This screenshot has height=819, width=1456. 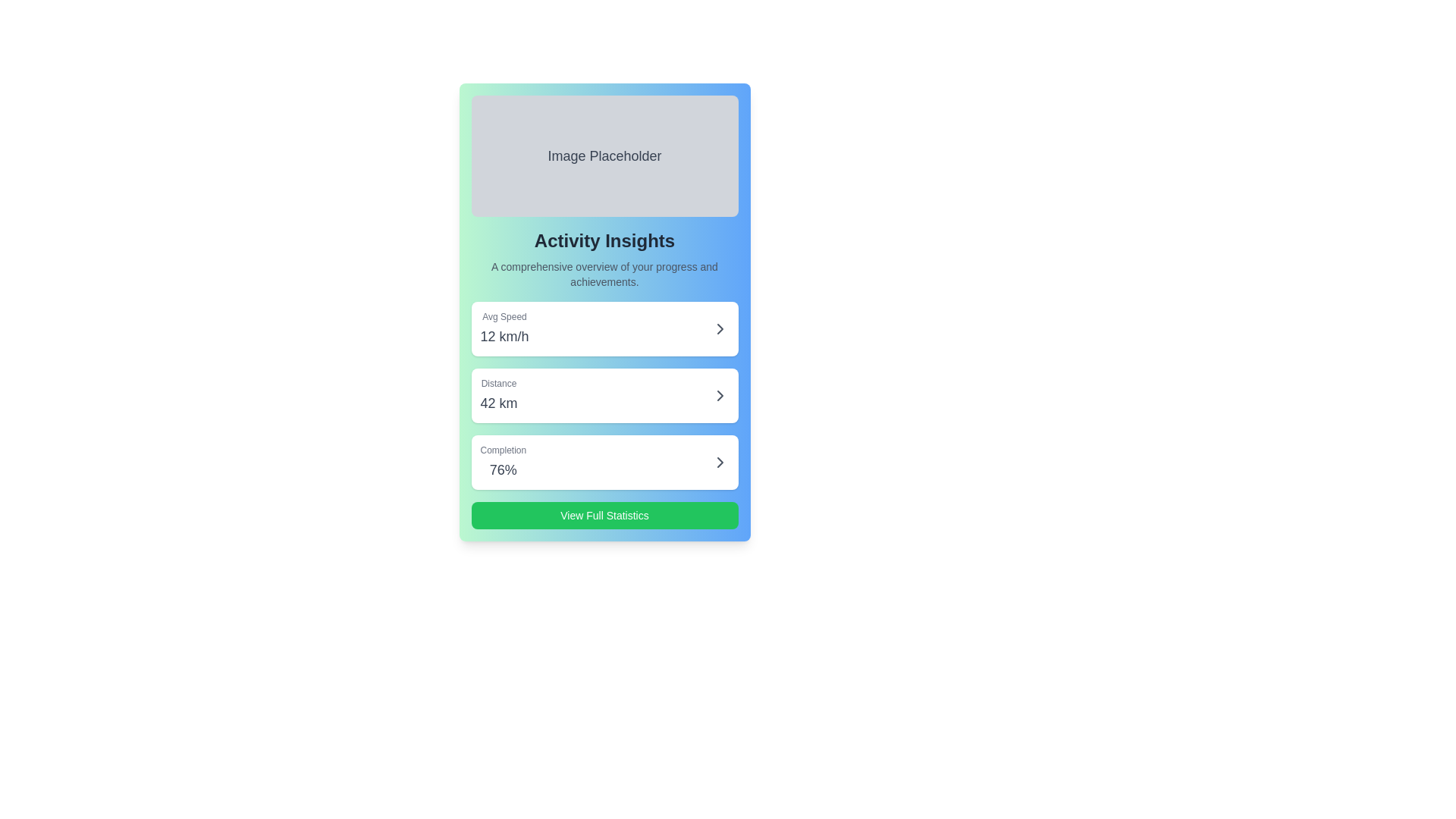 What do you see at coordinates (719, 461) in the screenshot?
I see `the rightward-pointing chevron icon, displayed in dark gray, located next to the 'Completion' text and percentage (76%) in the 'Activity Insights' section` at bounding box center [719, 461].